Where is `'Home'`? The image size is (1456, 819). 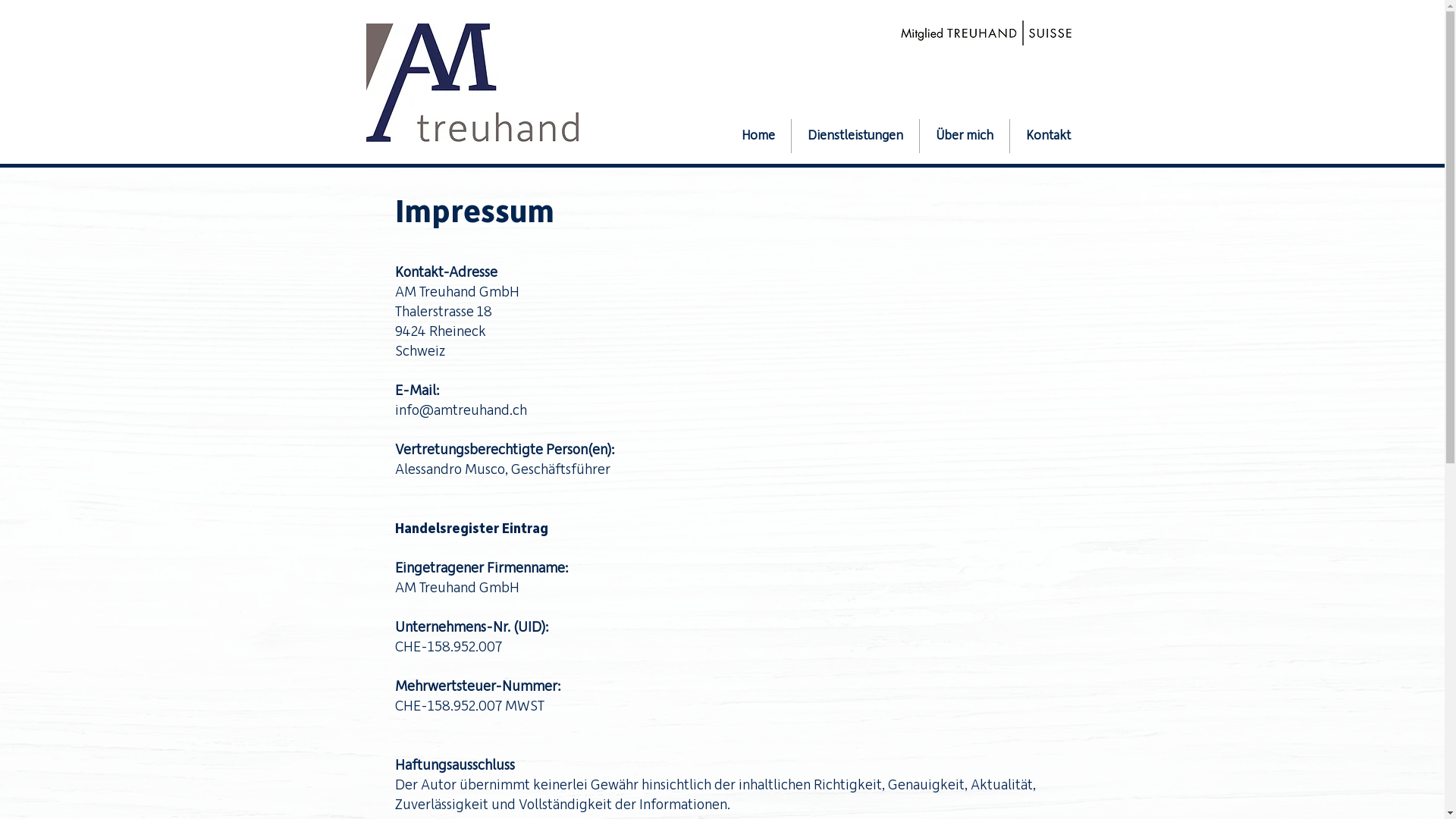
'Home' is located at coordinates (757, 135).